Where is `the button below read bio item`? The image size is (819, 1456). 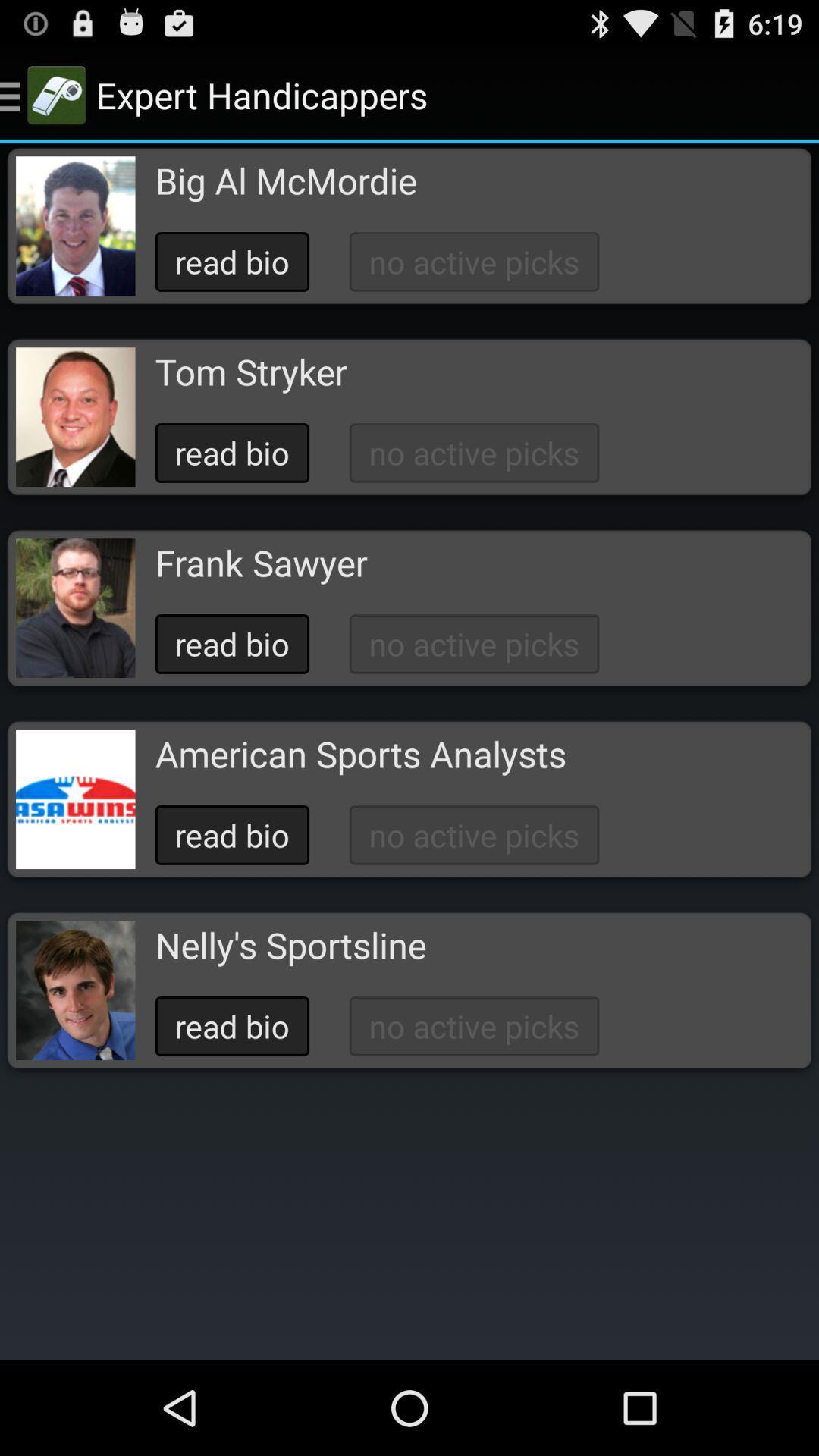
the button below read bio item is located at coordinates (260, 562).